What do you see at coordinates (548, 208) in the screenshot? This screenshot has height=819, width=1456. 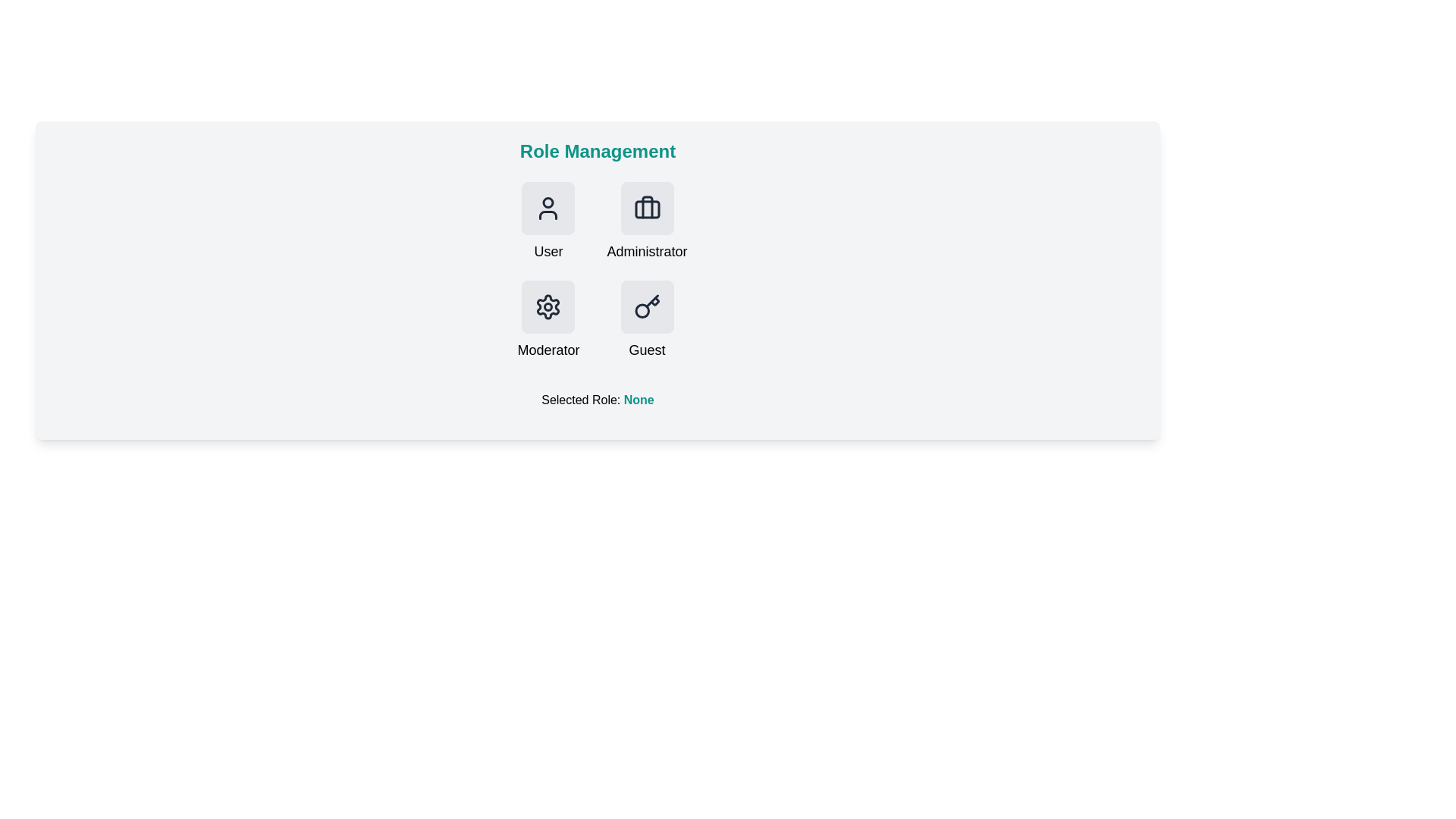 I see `the button in the 'Role Management' section` at bounding box center [548, 208].